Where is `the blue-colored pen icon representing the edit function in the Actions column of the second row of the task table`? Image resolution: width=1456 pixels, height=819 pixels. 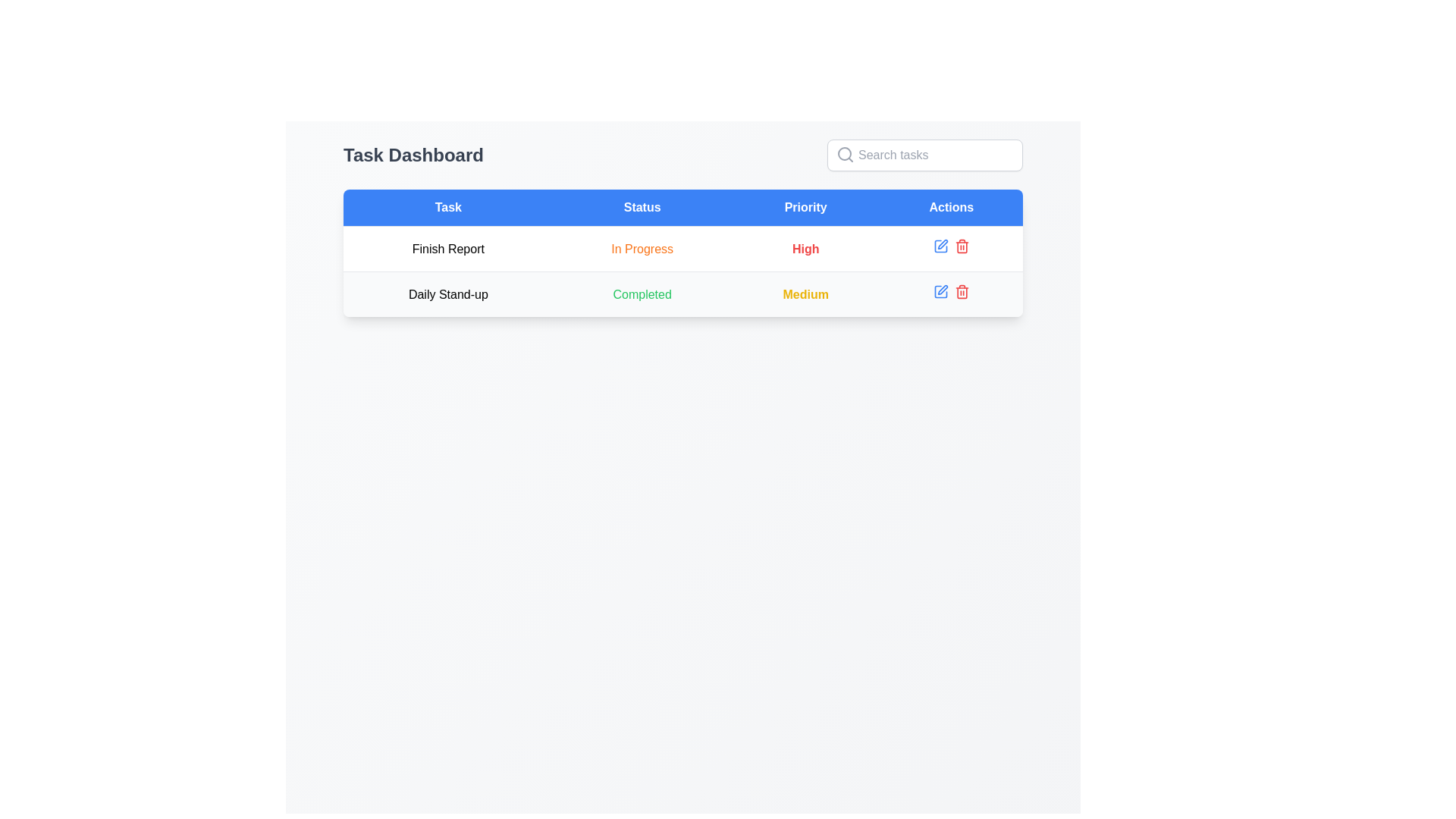
the blue-colored pen icon representing the edit function in the Actions column of the second row of the task table is located at coordinates (940, 292).